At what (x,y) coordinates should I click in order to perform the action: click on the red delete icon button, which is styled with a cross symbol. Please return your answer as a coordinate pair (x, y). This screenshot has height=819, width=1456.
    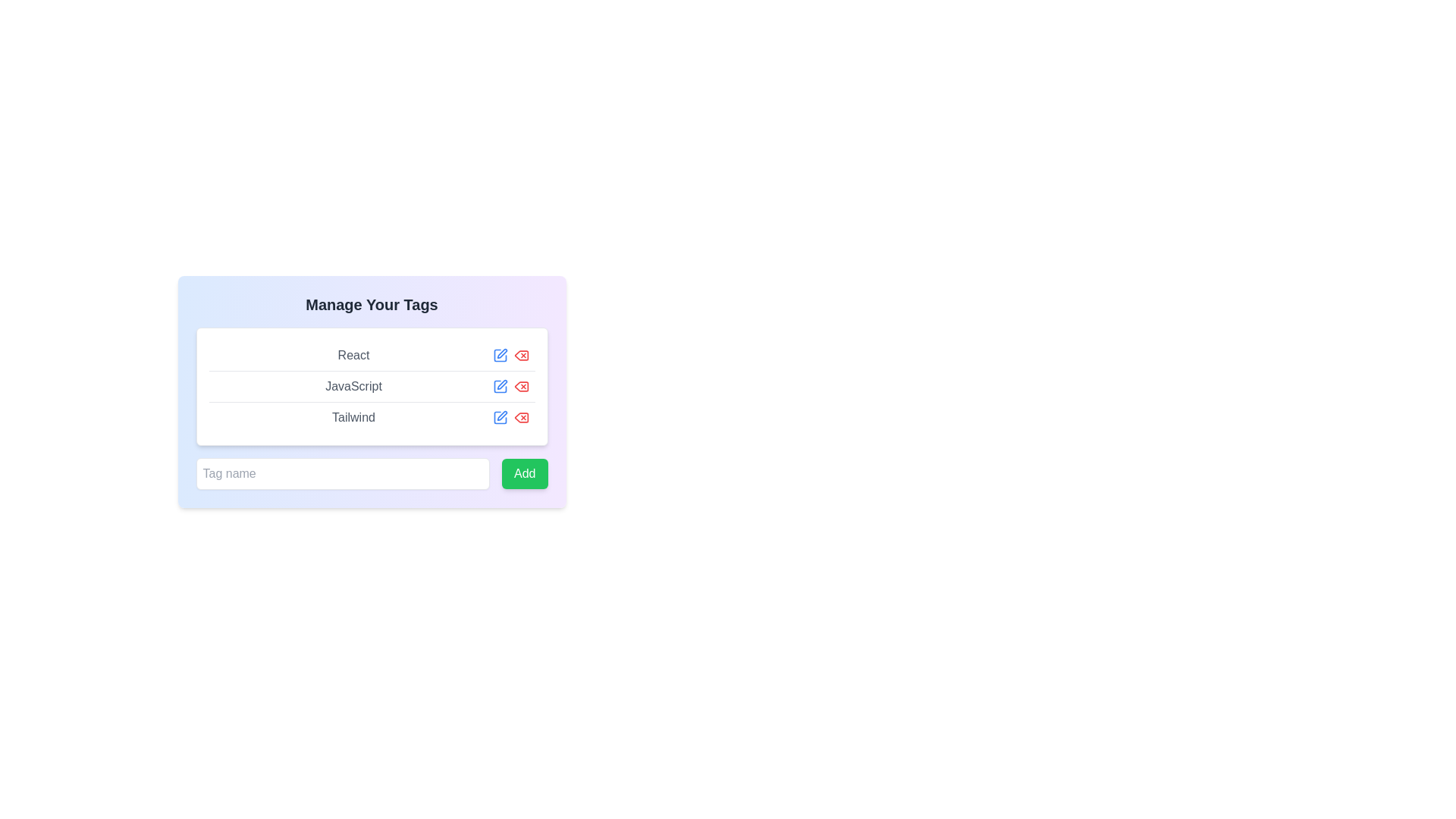
    Looking at the image, I should click on (521, 356).